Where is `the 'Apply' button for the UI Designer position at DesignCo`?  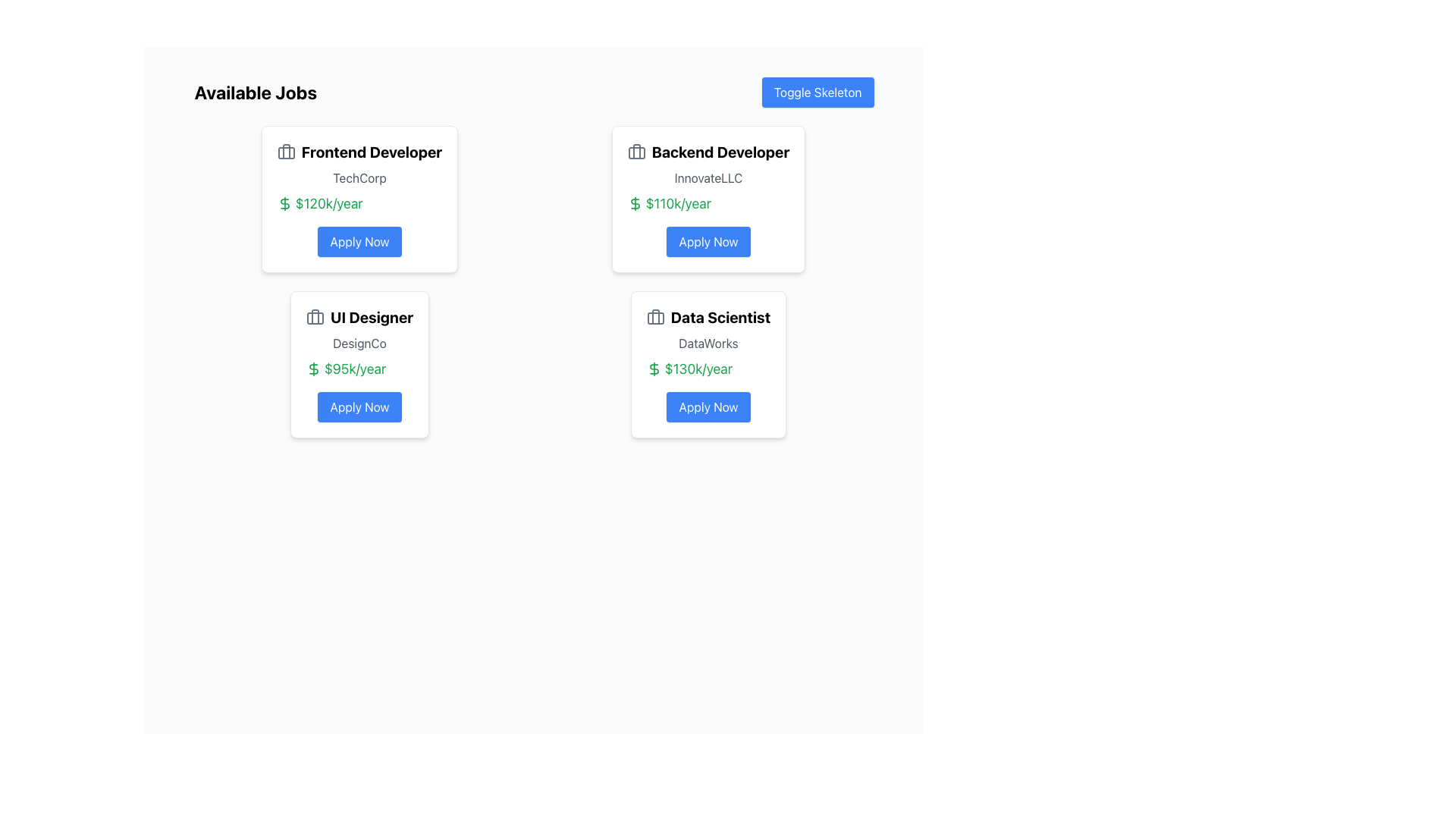 the 'Apply' button for the UI Designer position at DesignCo is located at coordinates (359, 406).